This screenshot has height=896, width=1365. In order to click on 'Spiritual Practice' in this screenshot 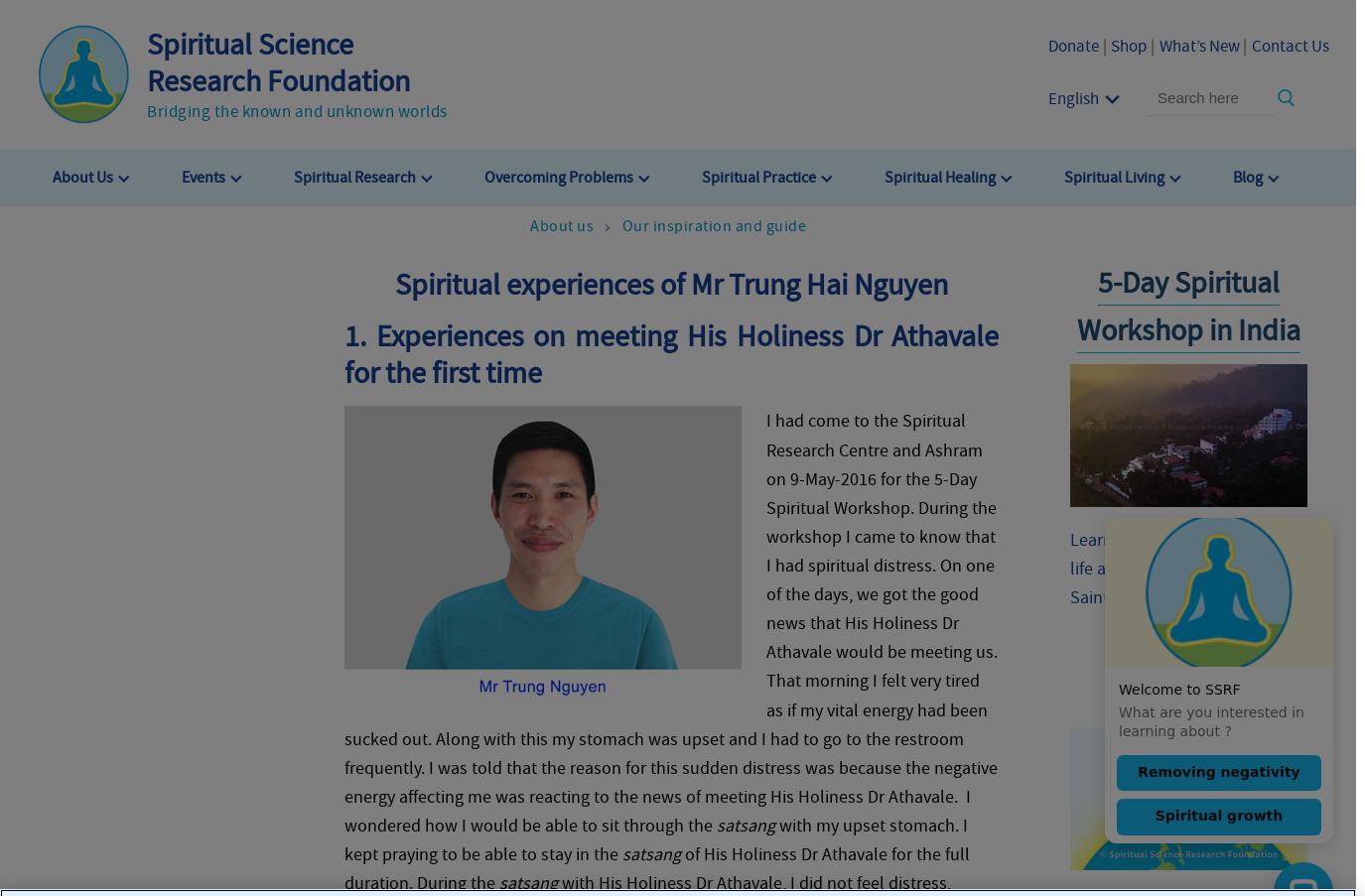, I will do `click(758, 175)`.